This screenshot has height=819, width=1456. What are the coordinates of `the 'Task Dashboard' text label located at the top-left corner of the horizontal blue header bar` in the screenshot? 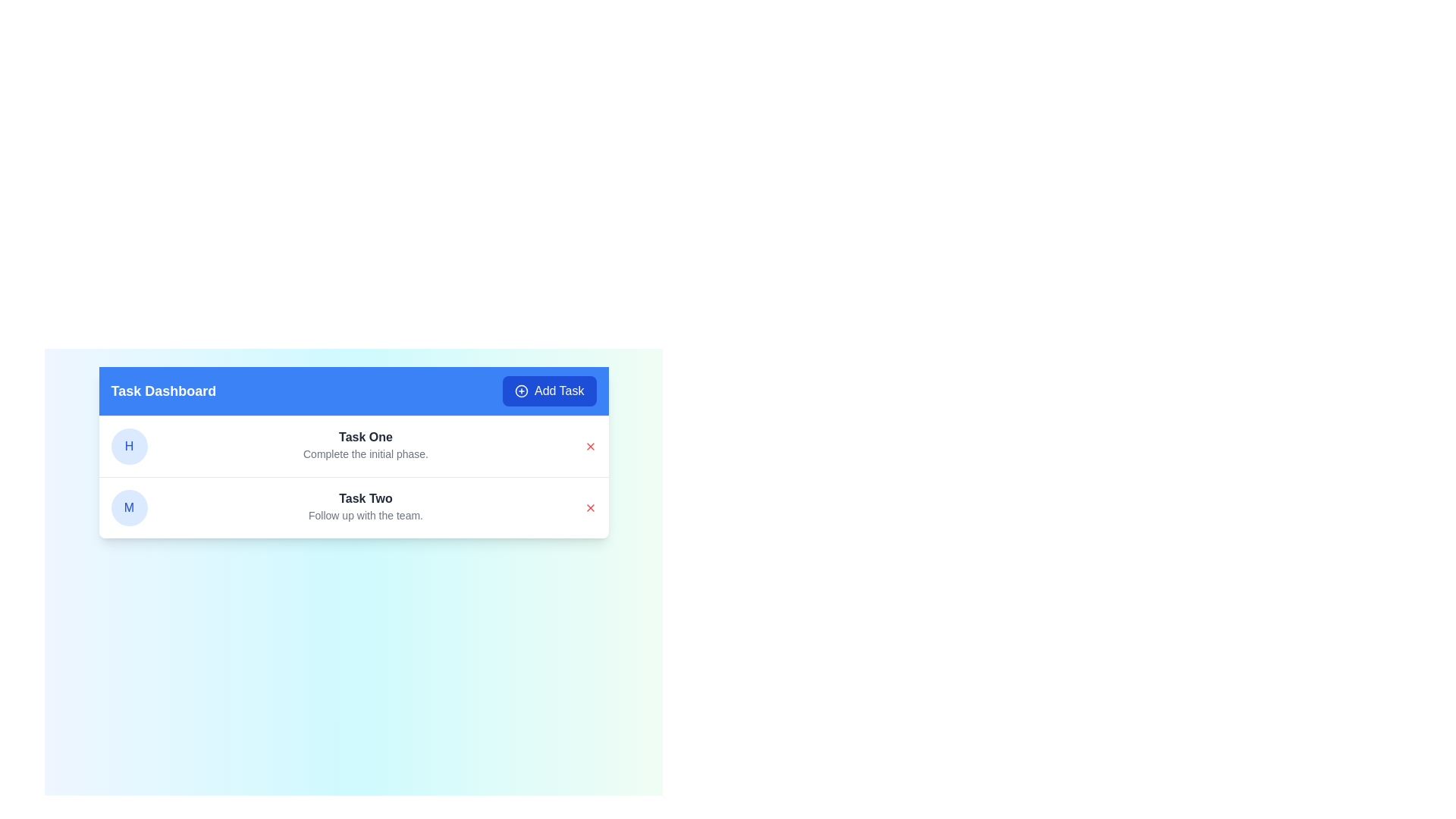 It's located at (163, 391).